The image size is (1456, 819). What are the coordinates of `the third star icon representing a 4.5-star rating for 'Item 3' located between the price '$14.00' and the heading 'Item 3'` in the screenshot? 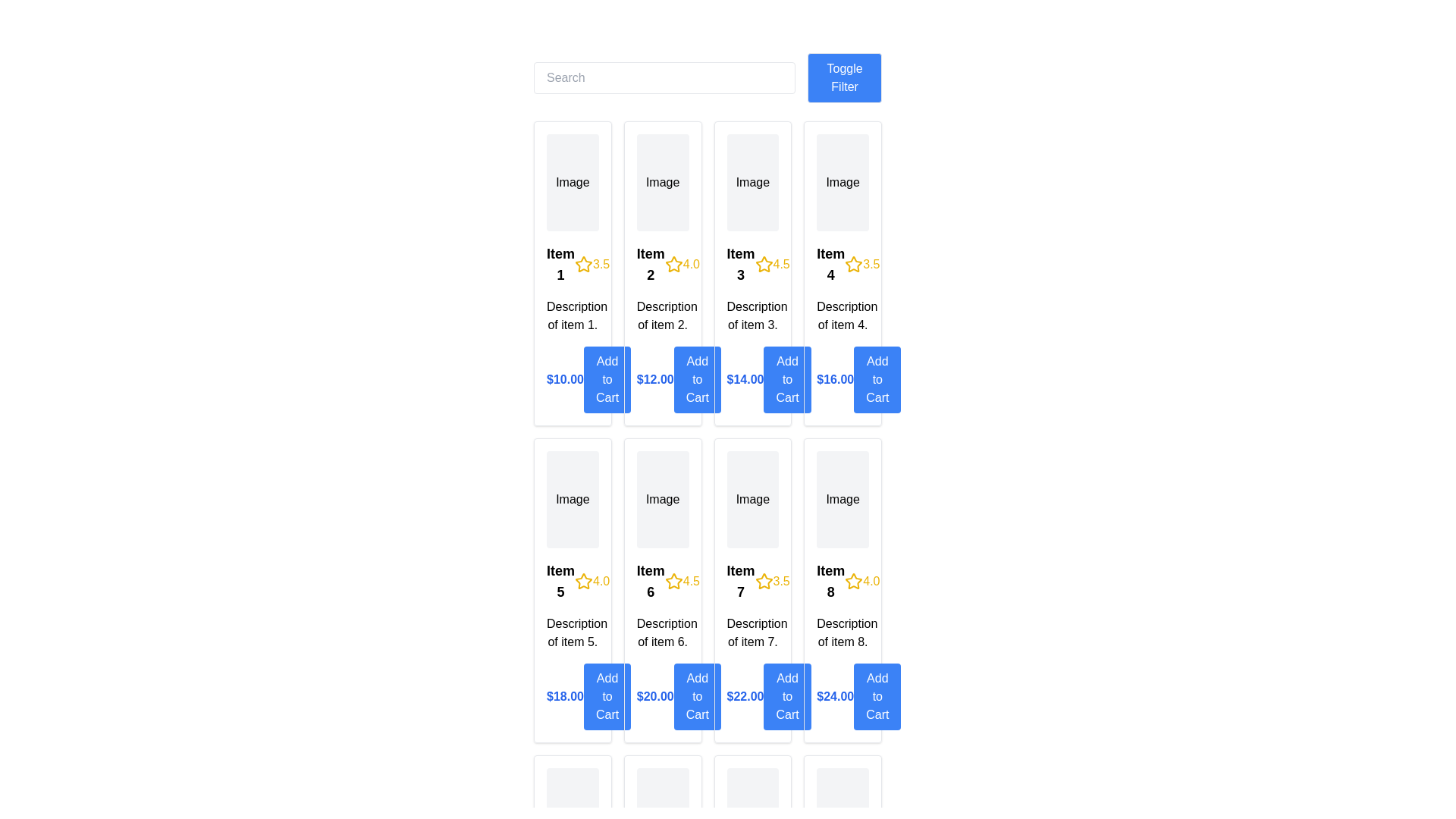 It's located at (764, 263).